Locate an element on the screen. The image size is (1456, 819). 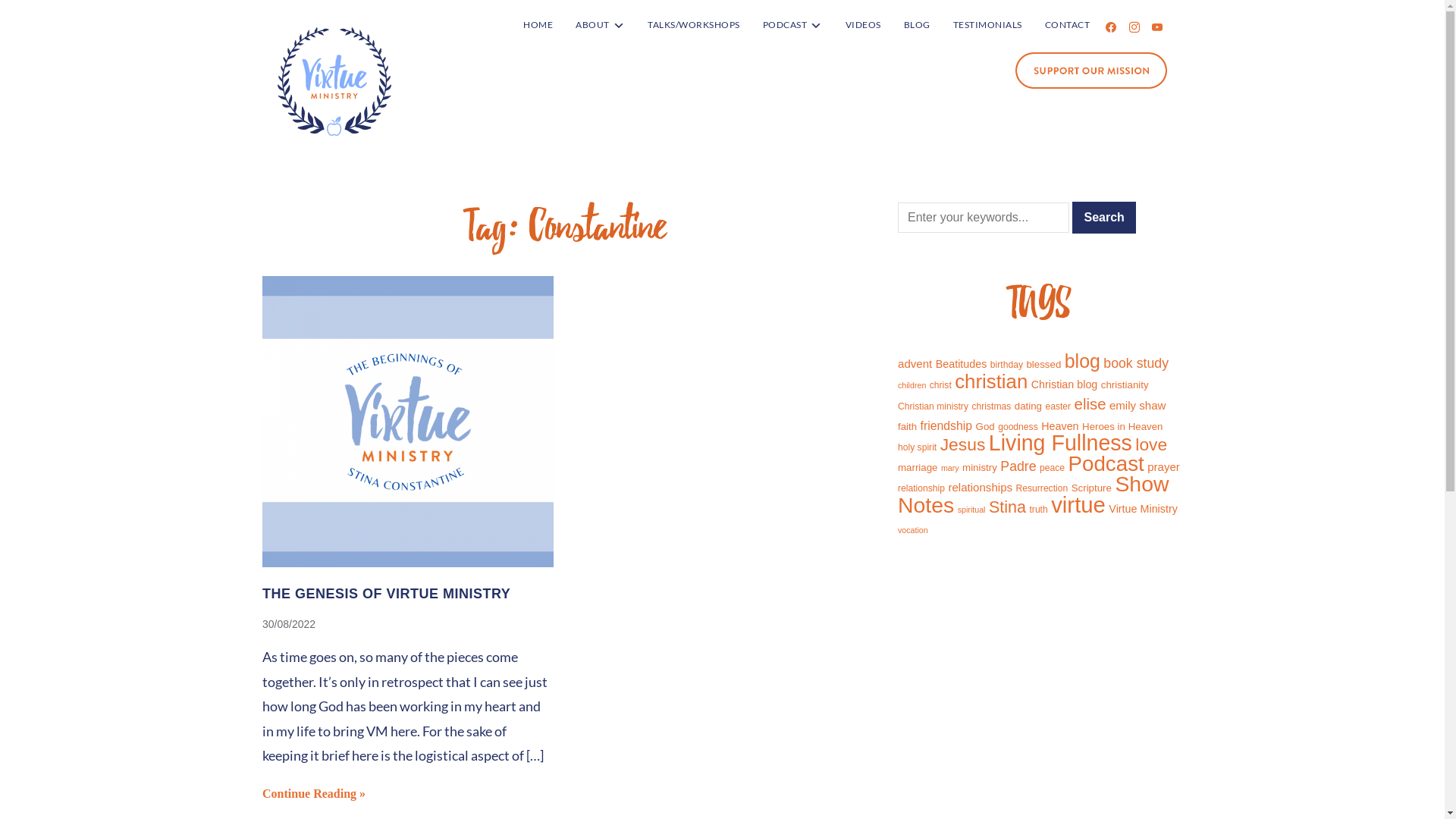
'God' is located at coordinates (985, 426).